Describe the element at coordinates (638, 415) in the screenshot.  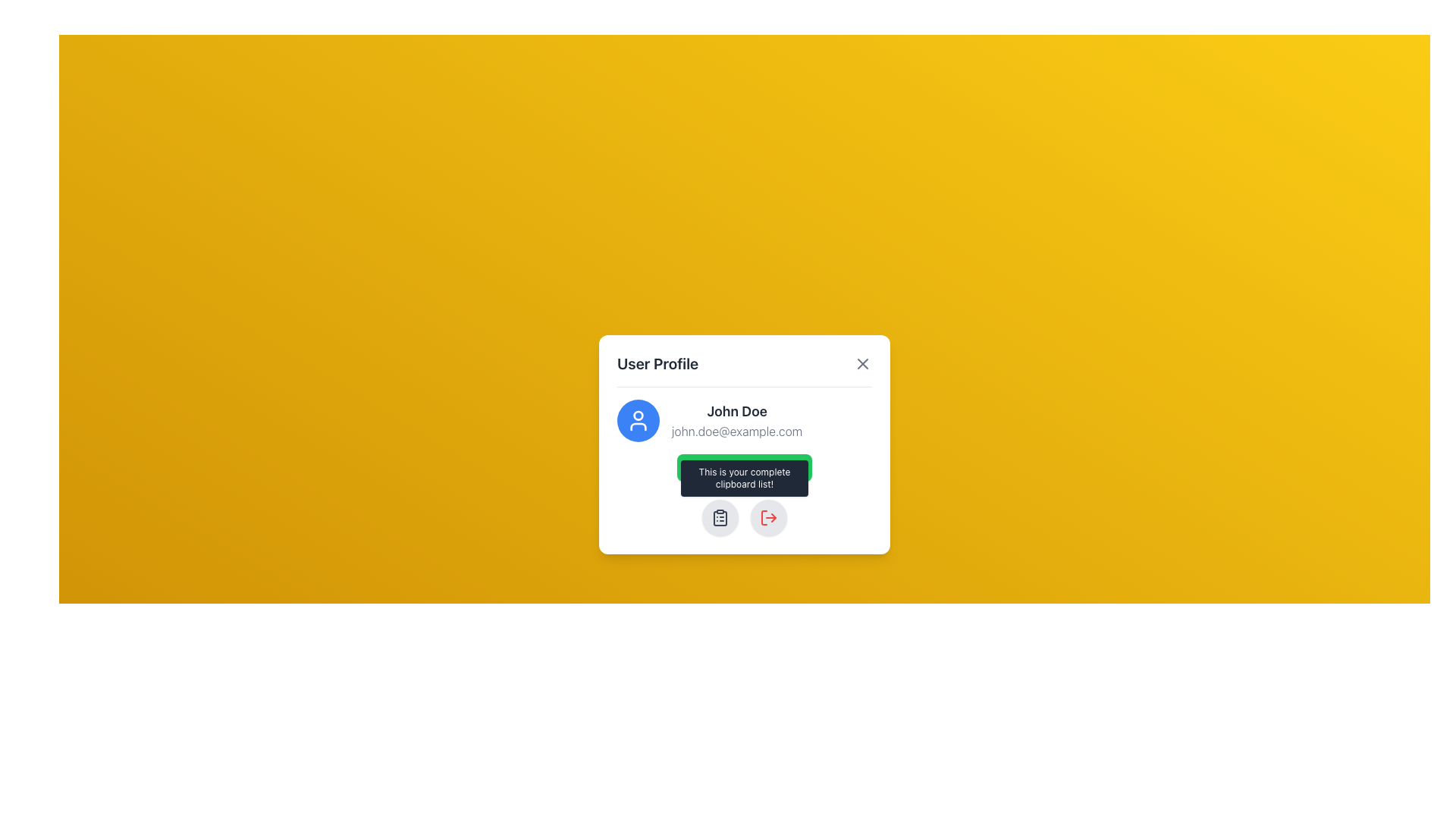
I see `interactive circular graphical component located within the profile picture, positioned slightly towards the upper-left inside the icon` at that location.